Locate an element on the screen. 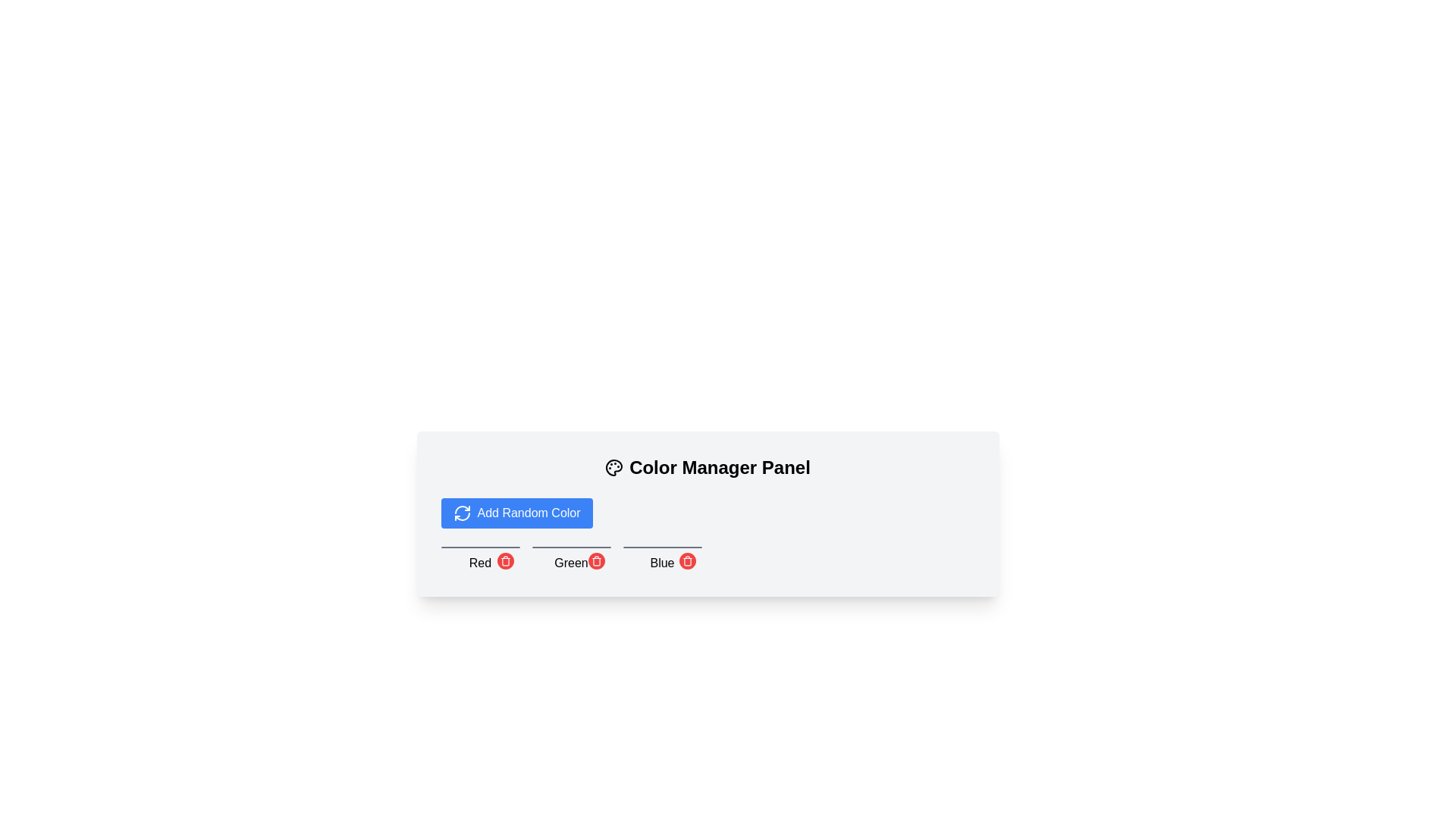 Image resolution: width=1456 pixels, height=819 pixels. properties of the central palette icon in the Color Manager Panel, which visually represents color management or selection is located at coordinates (614, 467).